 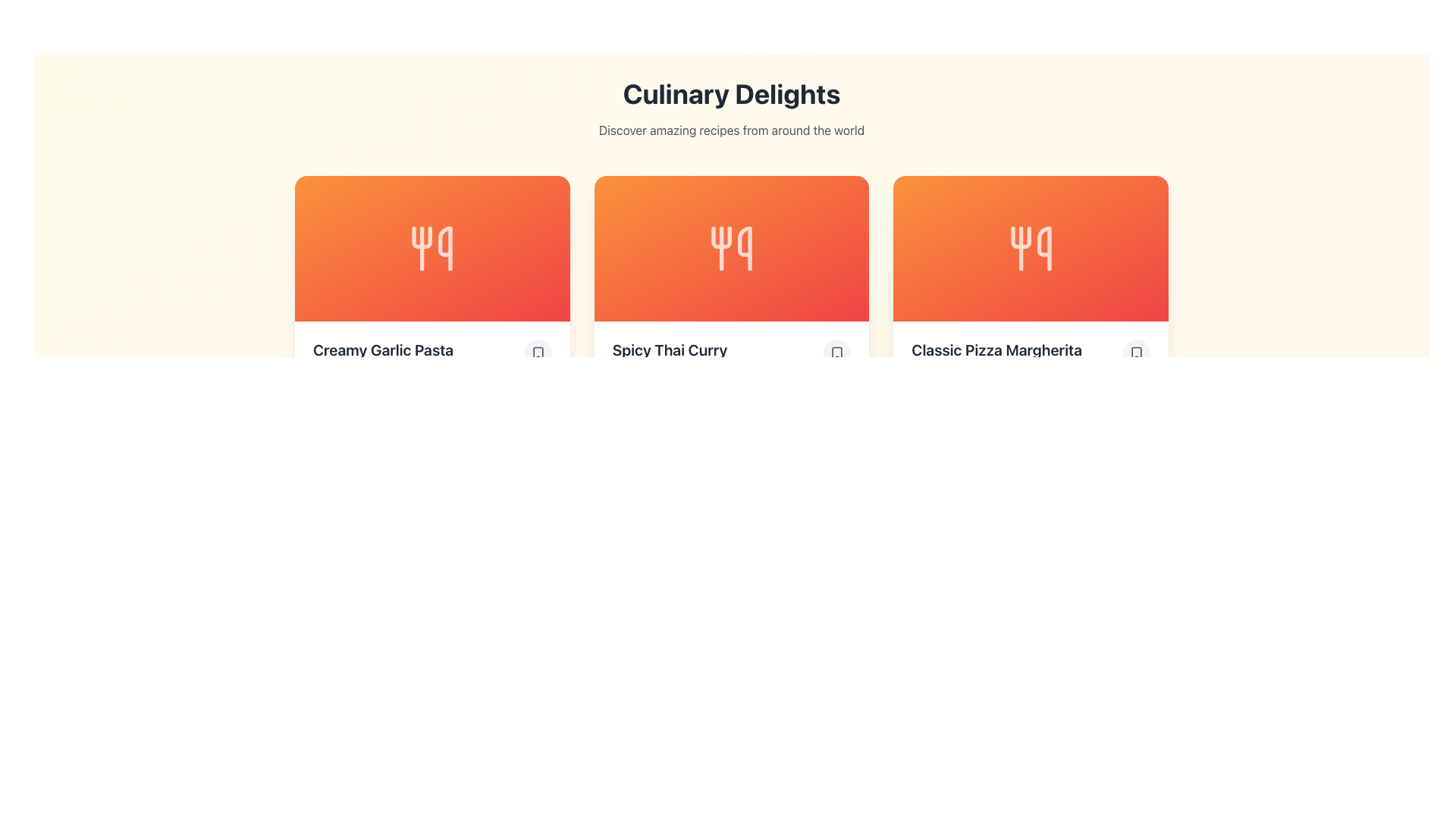 What do you see at coordinates (1136, 353) in the screenshot?
I see `the bookmark icon located at the bottom-right corner of the 'Classic Pizza Margherita' card, which visually represents a bookmark or save action` at bounding box center [1136, 353].